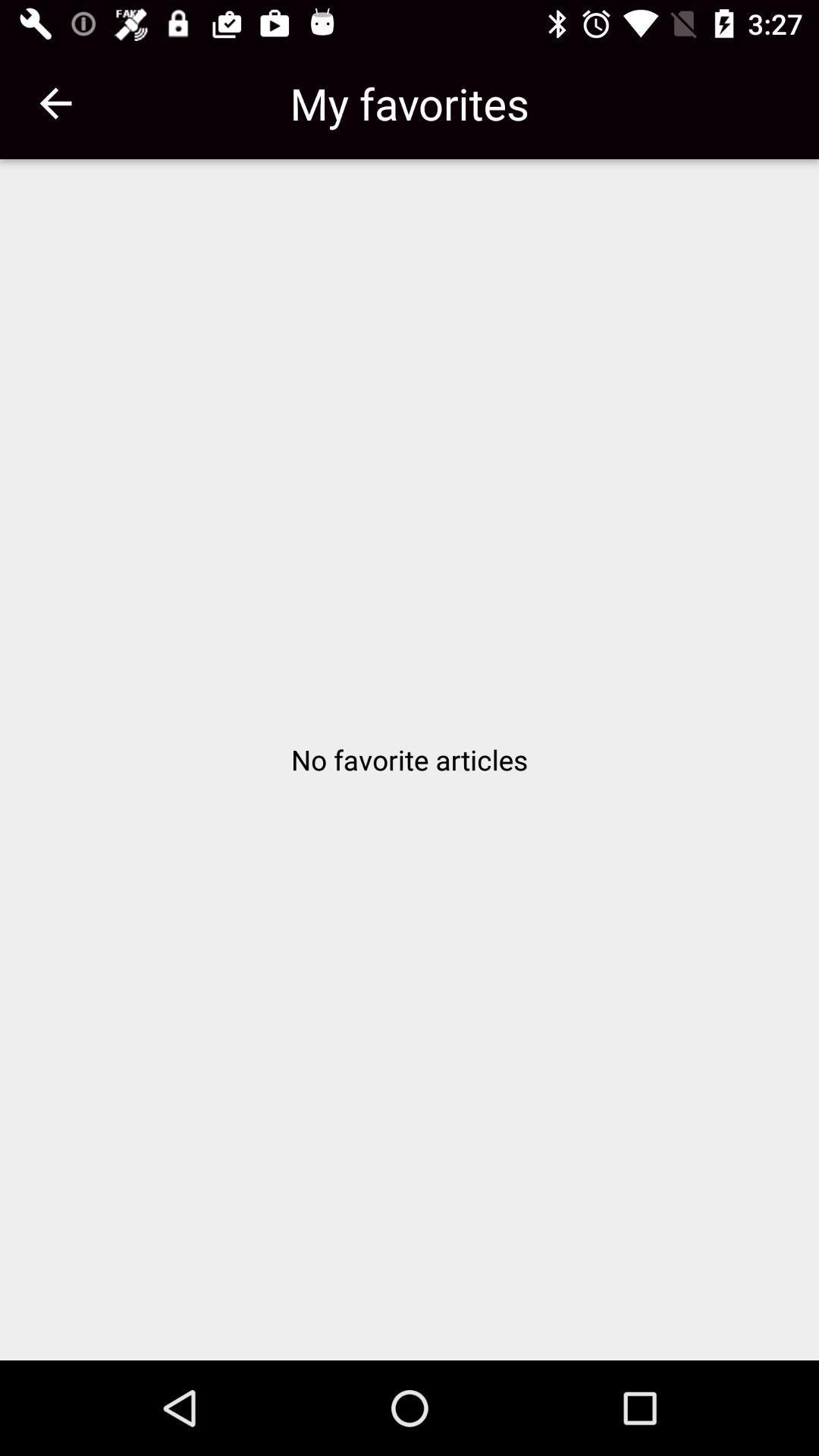 This screenshot has width=819, height=1456. What do you see at coordinates (55, 102) in the screenshot?
I see `item next to my favorites item` at bounding box center [55, 102].